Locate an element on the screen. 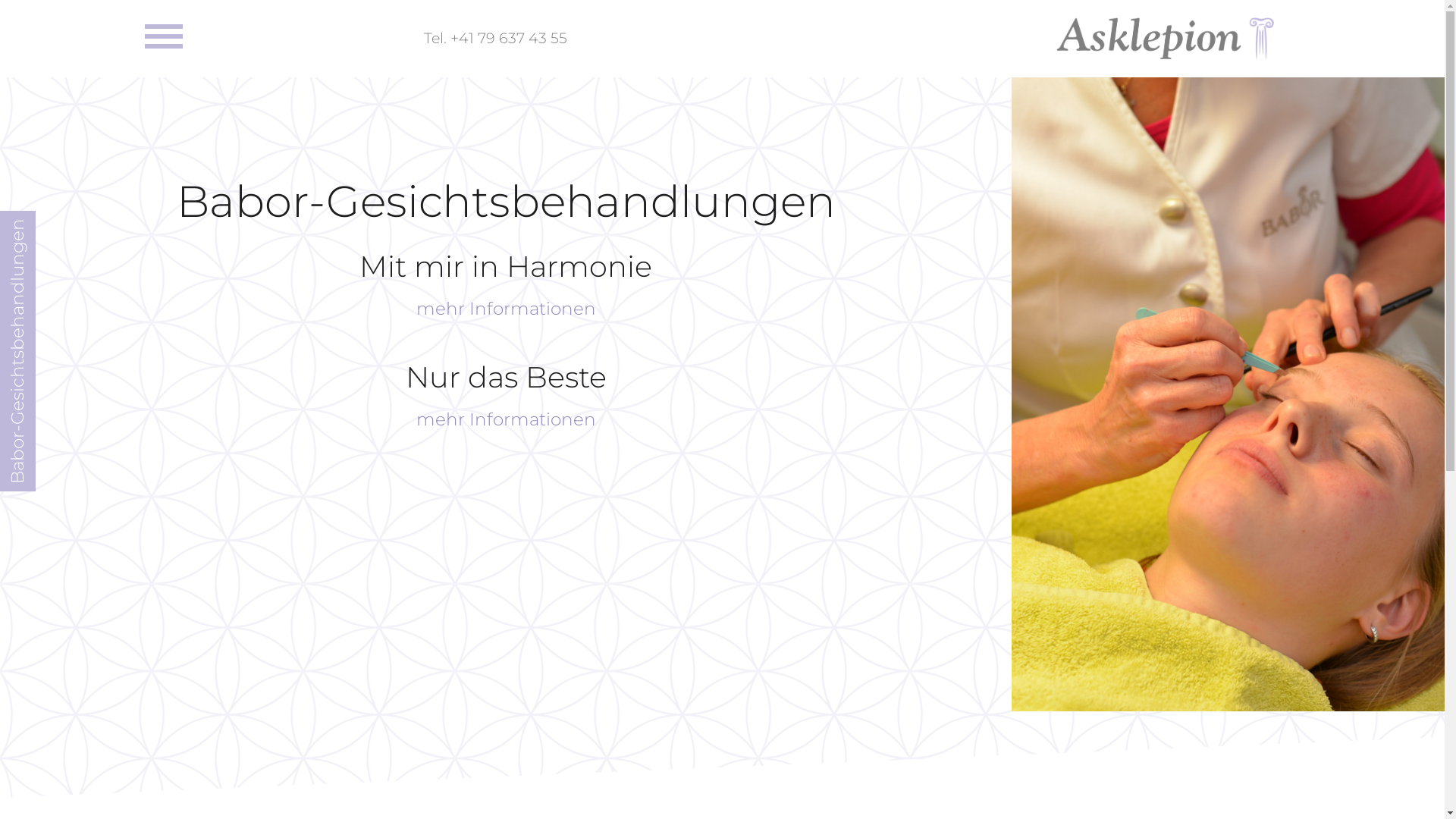 This screenshot has width=1456, height=819. 'mehr Informationen' is located at coordinates (506, 308).